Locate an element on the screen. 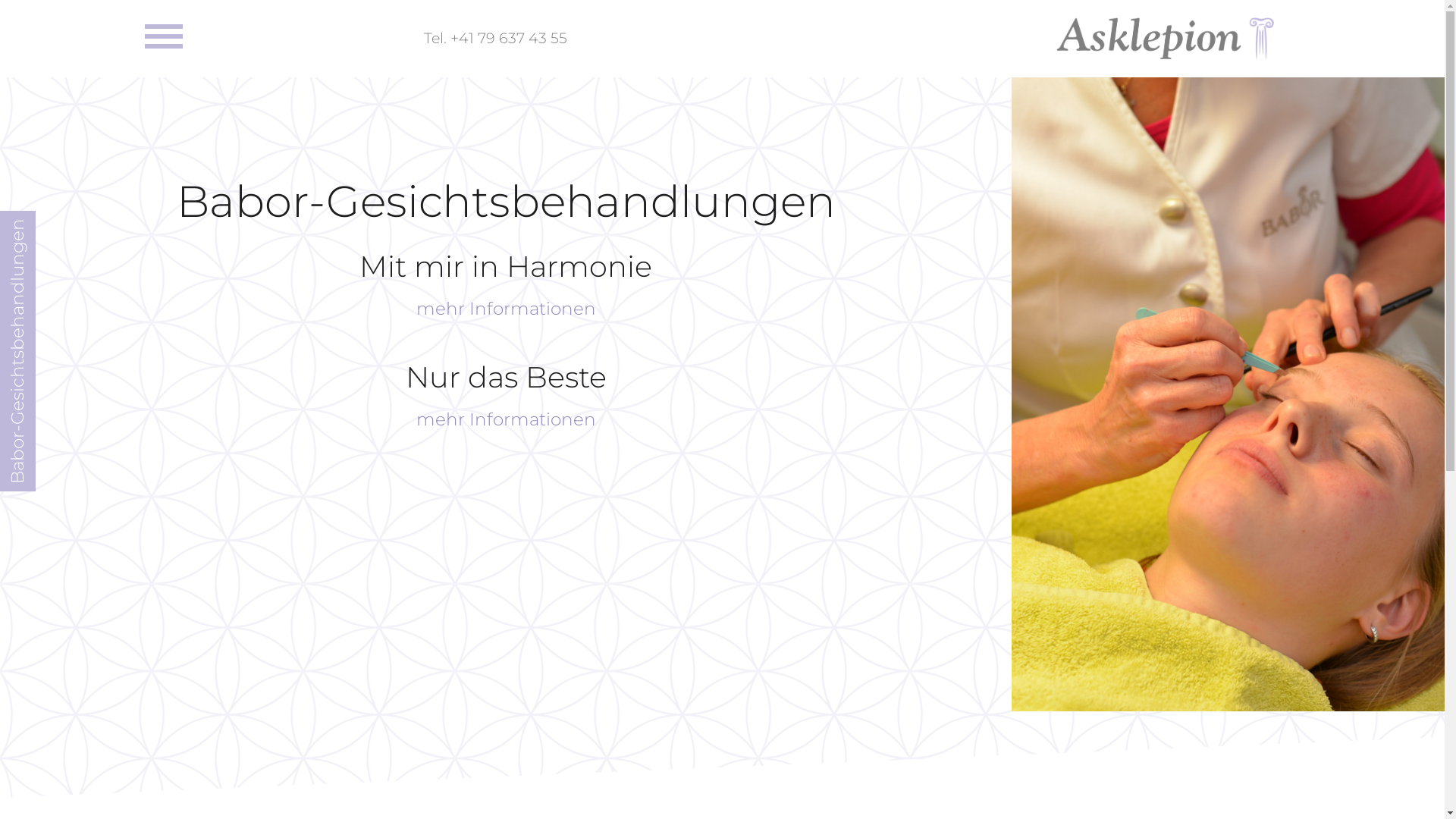 This screenshot has width=1456, height=819. 'mehr Informationen' is located at coordinates (506, 308).